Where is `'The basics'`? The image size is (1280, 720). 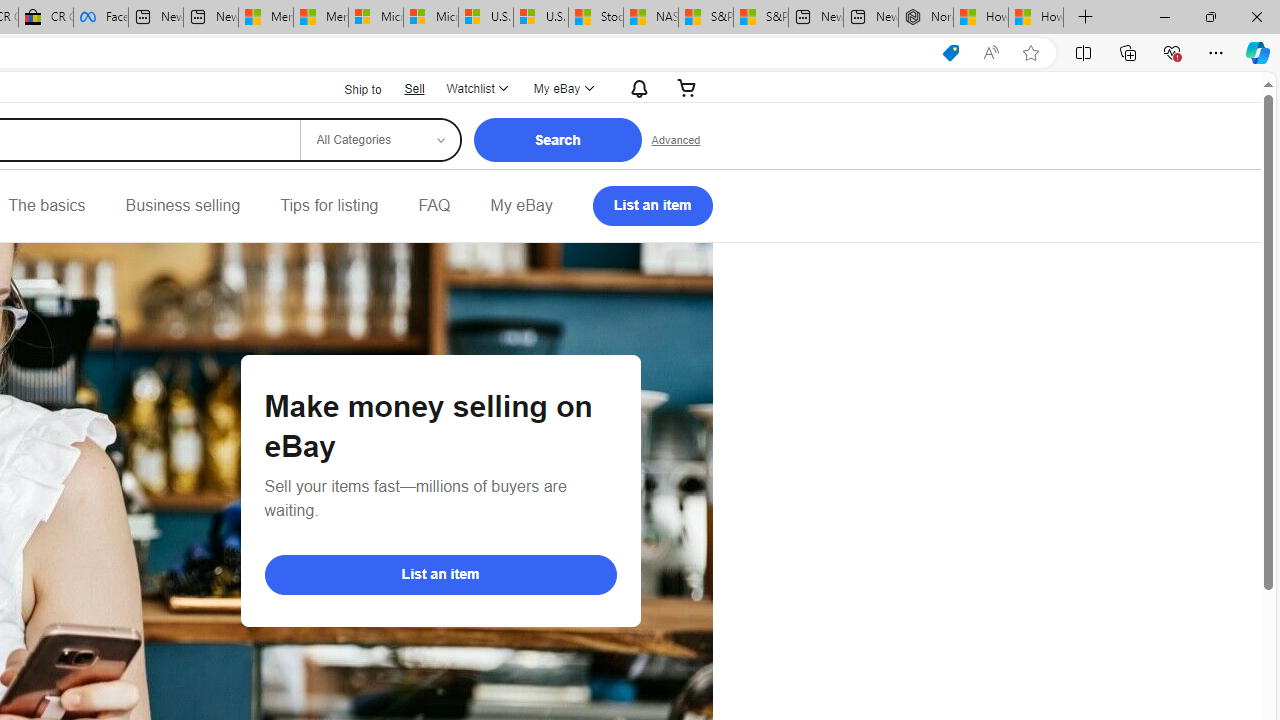 'The basics' is located at coordinates (46, 205).